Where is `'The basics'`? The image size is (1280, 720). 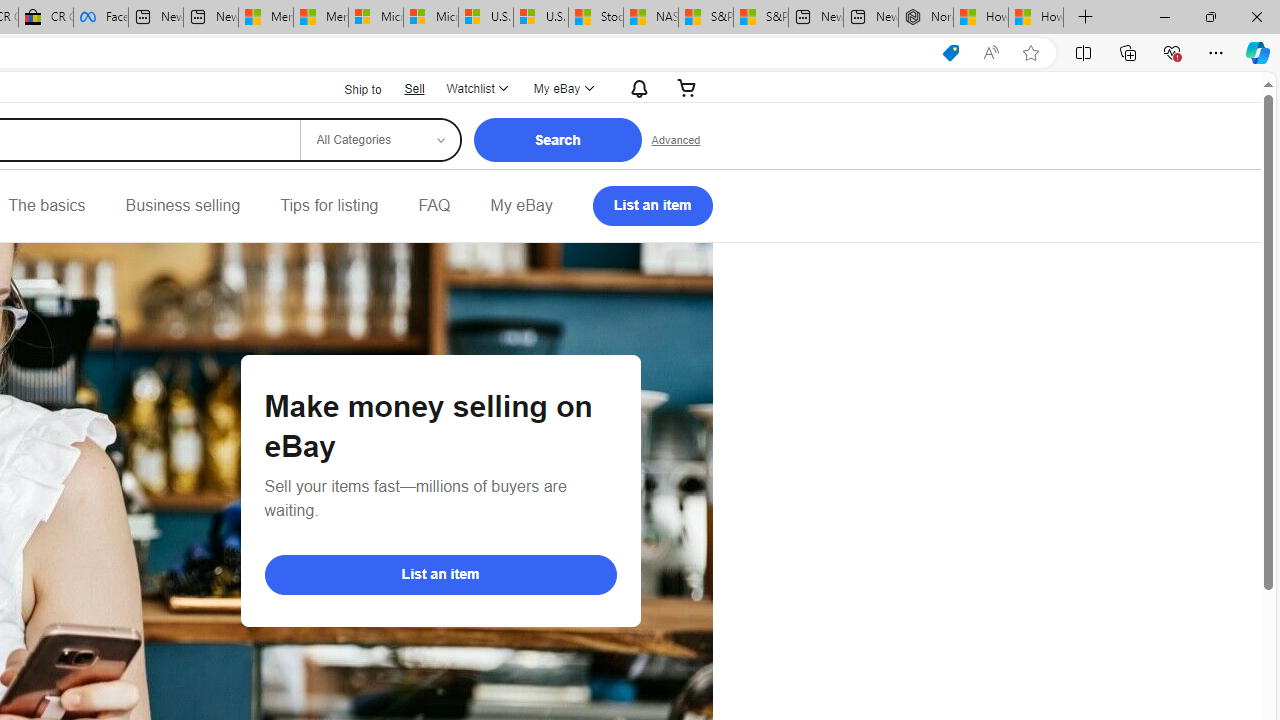 'The basics' is located at coordinates (46, 205).